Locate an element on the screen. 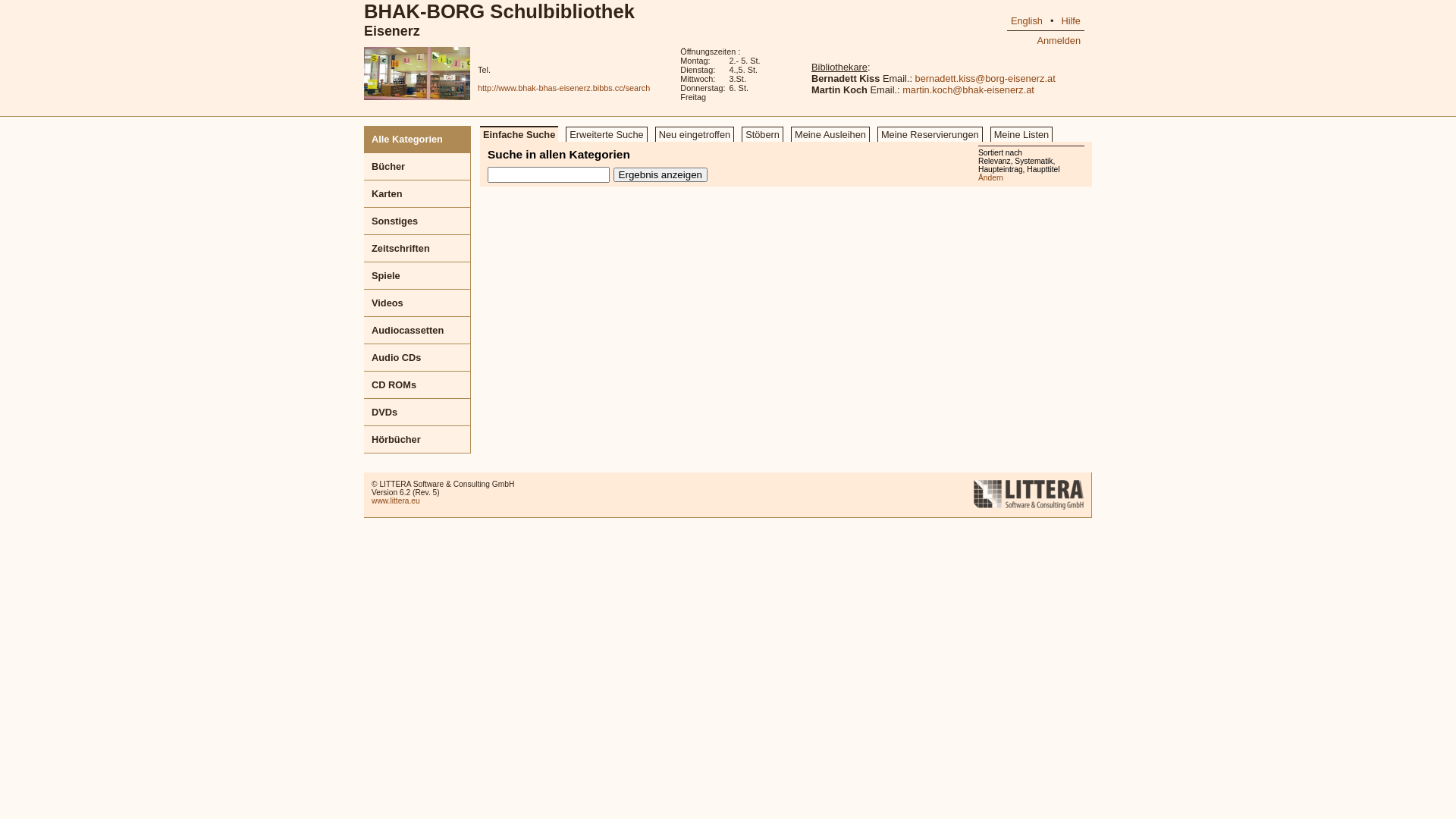 The width and height of the screenshot is (1456, 819). 'Videos' is located at coordinates (417, 303).